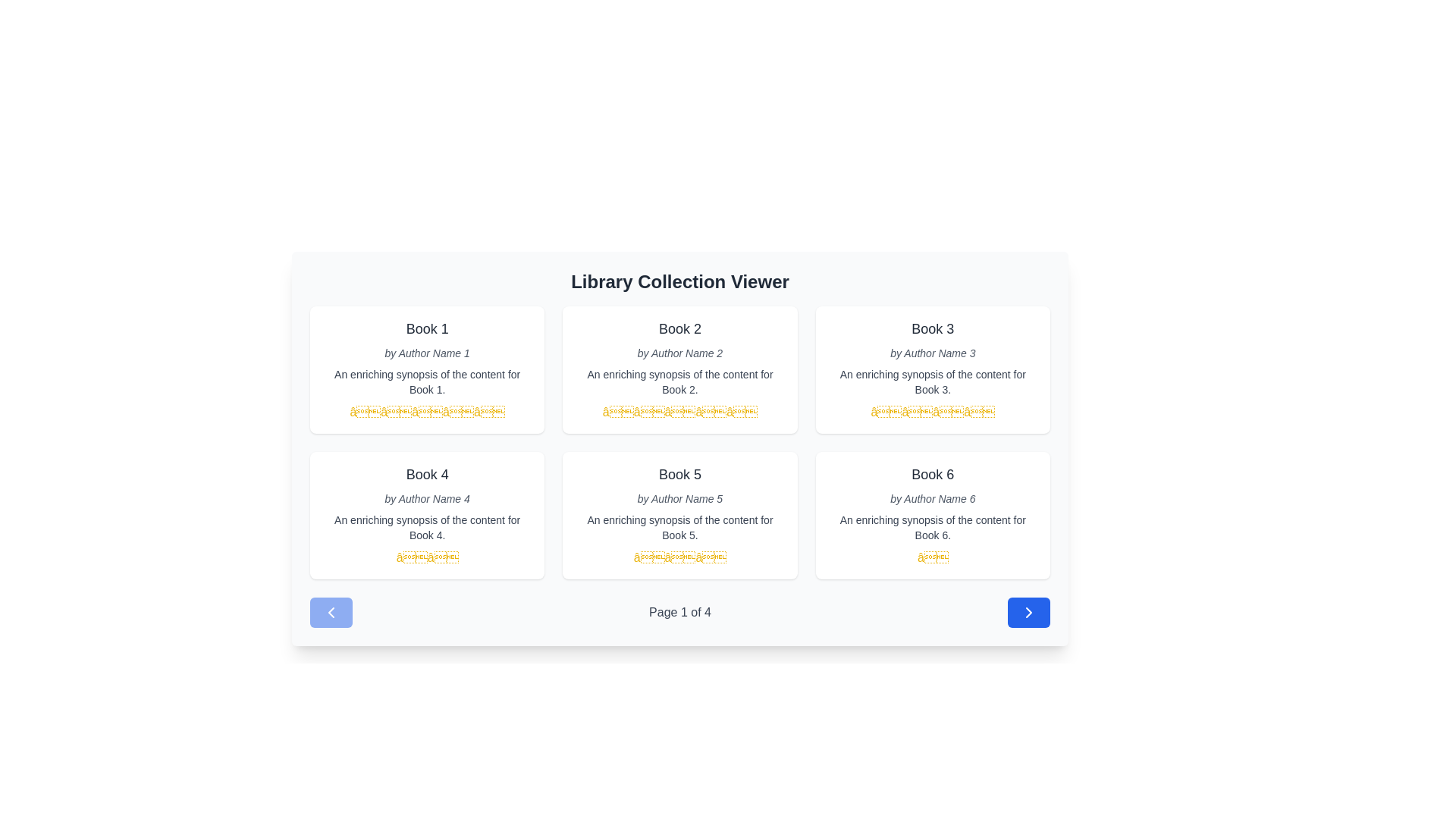 This screenshot has height=819, width=1456. Describe the element at coordinates (679, 381) in the screenshot. I see `the Text label that provides a synopsis for 'Book 2', located in the second card of the first row, below the author's name and above the star rating section` at that location.